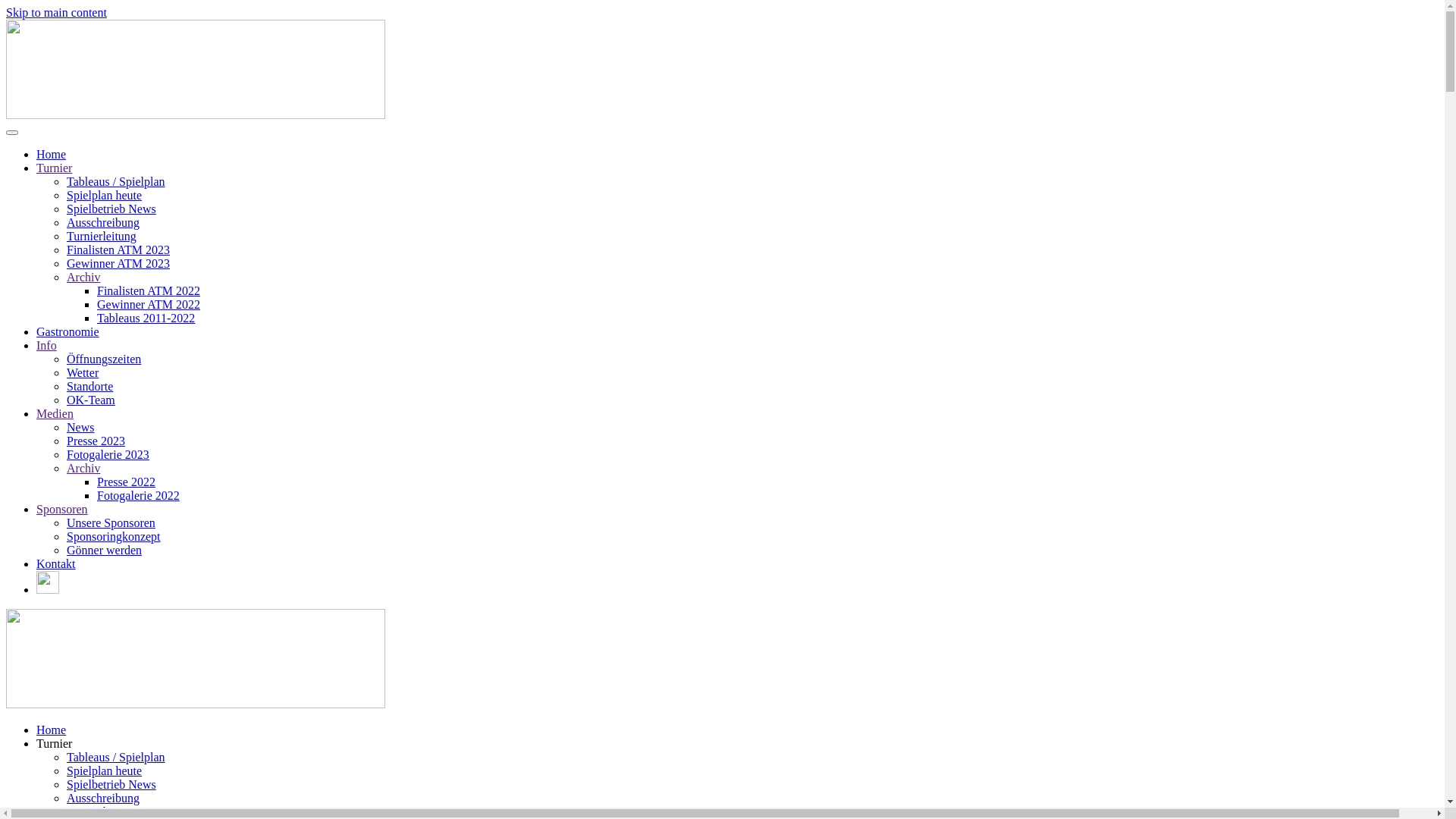 This screenshot has width=1456, height=819. Describe the element at coordinates (67, 331) in the screenshot. I see `'Gastronomie'` at that location.